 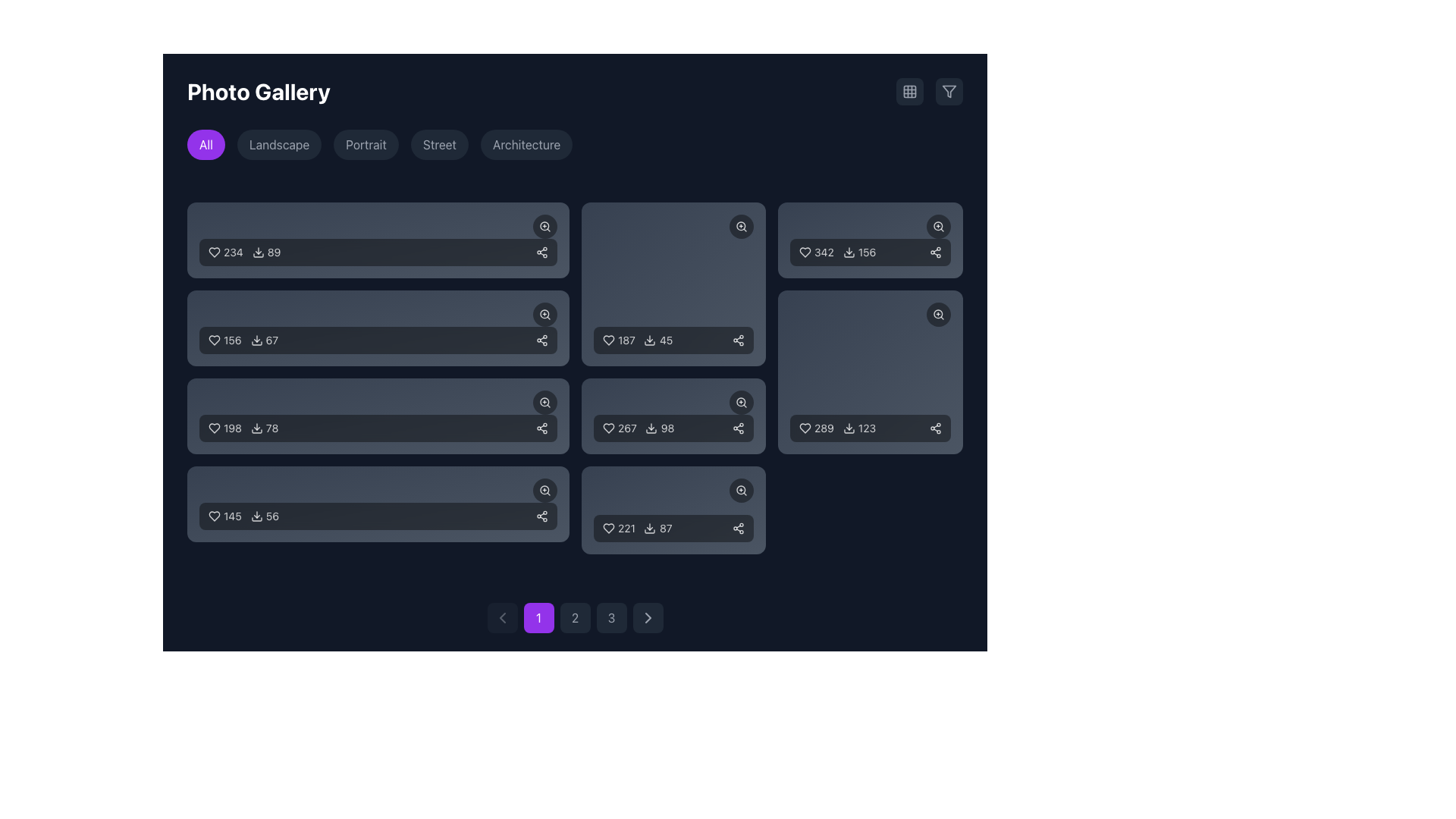 What do you see at coordinates (279, 145) in the screenshot?
I see `the 'Landscape' button, which is the second button in the category selection bar under 'Photo Gallery'` at bounding box center [279, 145].